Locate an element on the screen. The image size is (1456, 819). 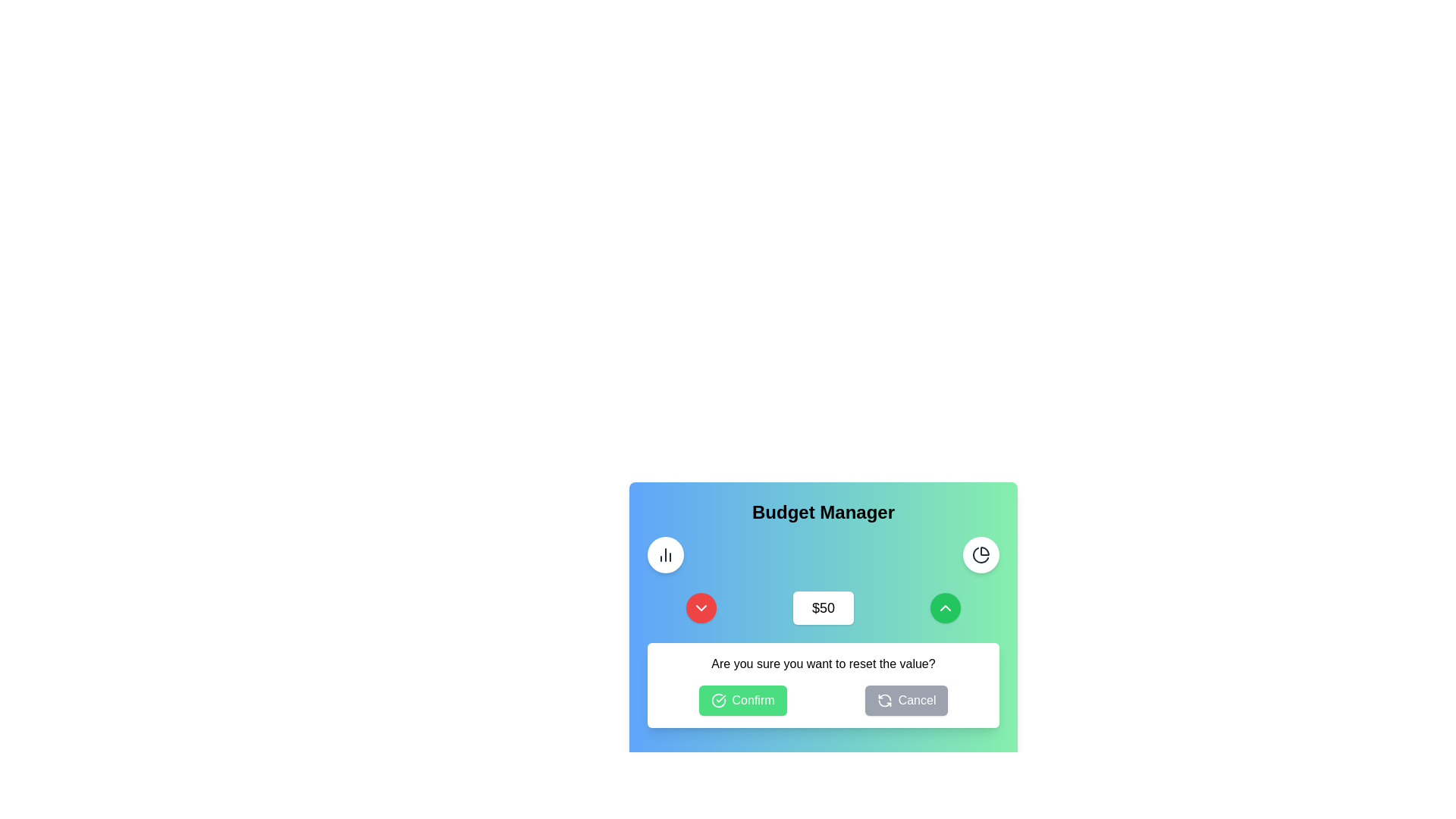
the decorative success icon located to the left of the 'Confirm' button in the confirmation area of the interface is located at coordinates (717, 701).